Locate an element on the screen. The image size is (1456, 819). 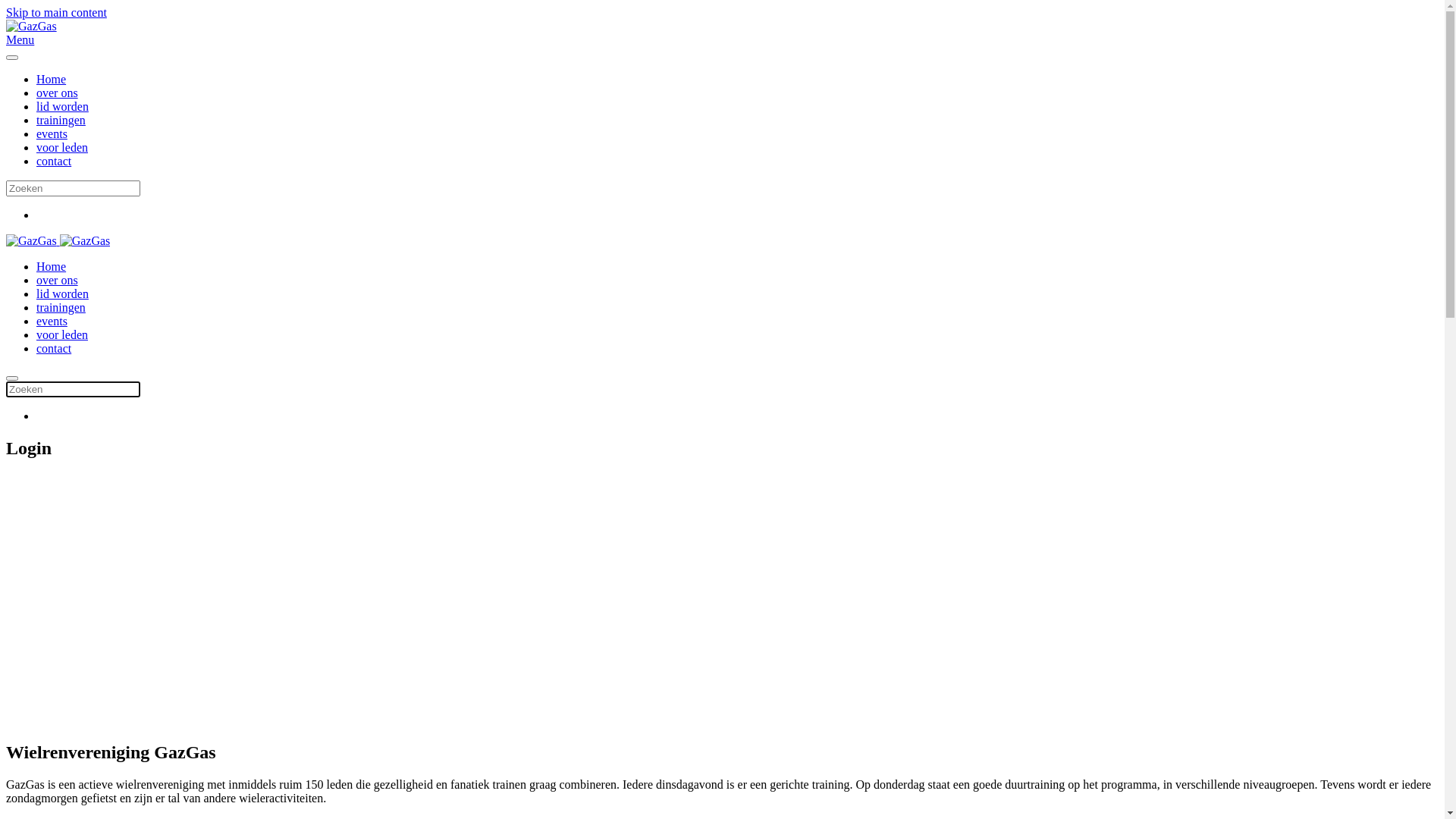
'lid worden' is located at coordinates (61, 293).